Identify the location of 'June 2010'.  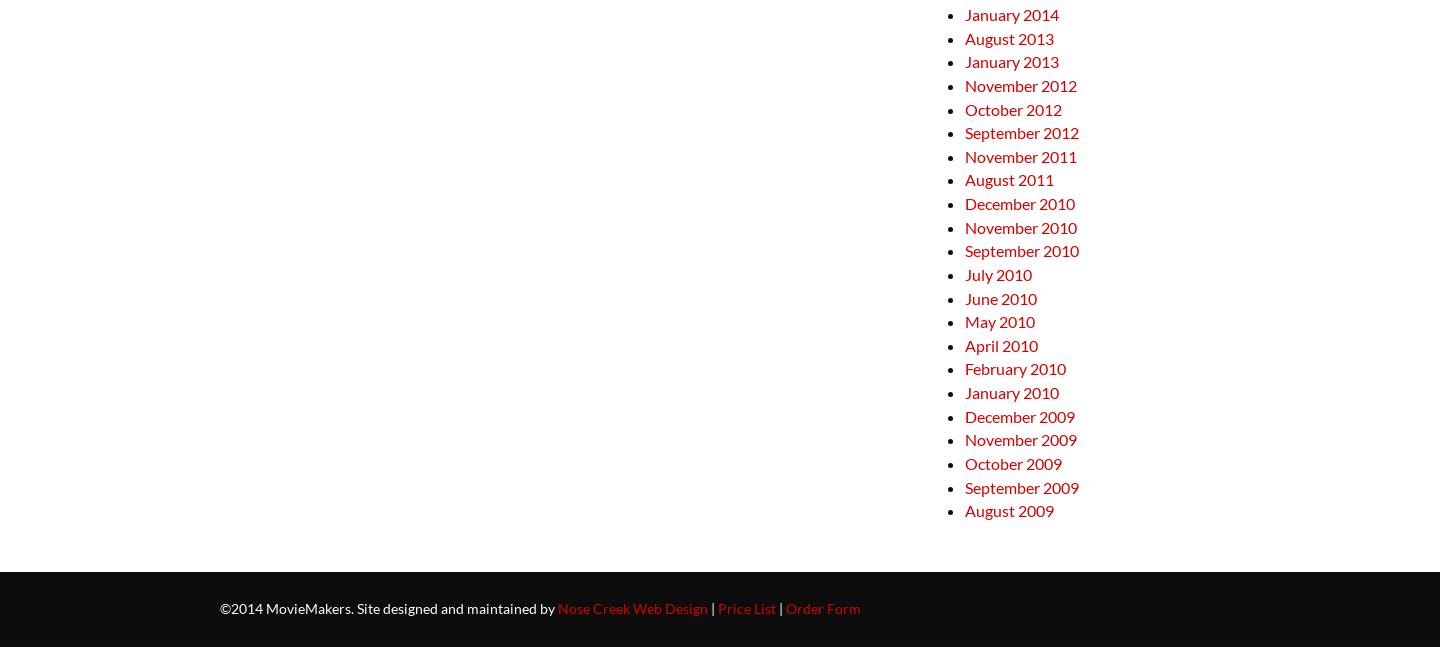
(999, 296).